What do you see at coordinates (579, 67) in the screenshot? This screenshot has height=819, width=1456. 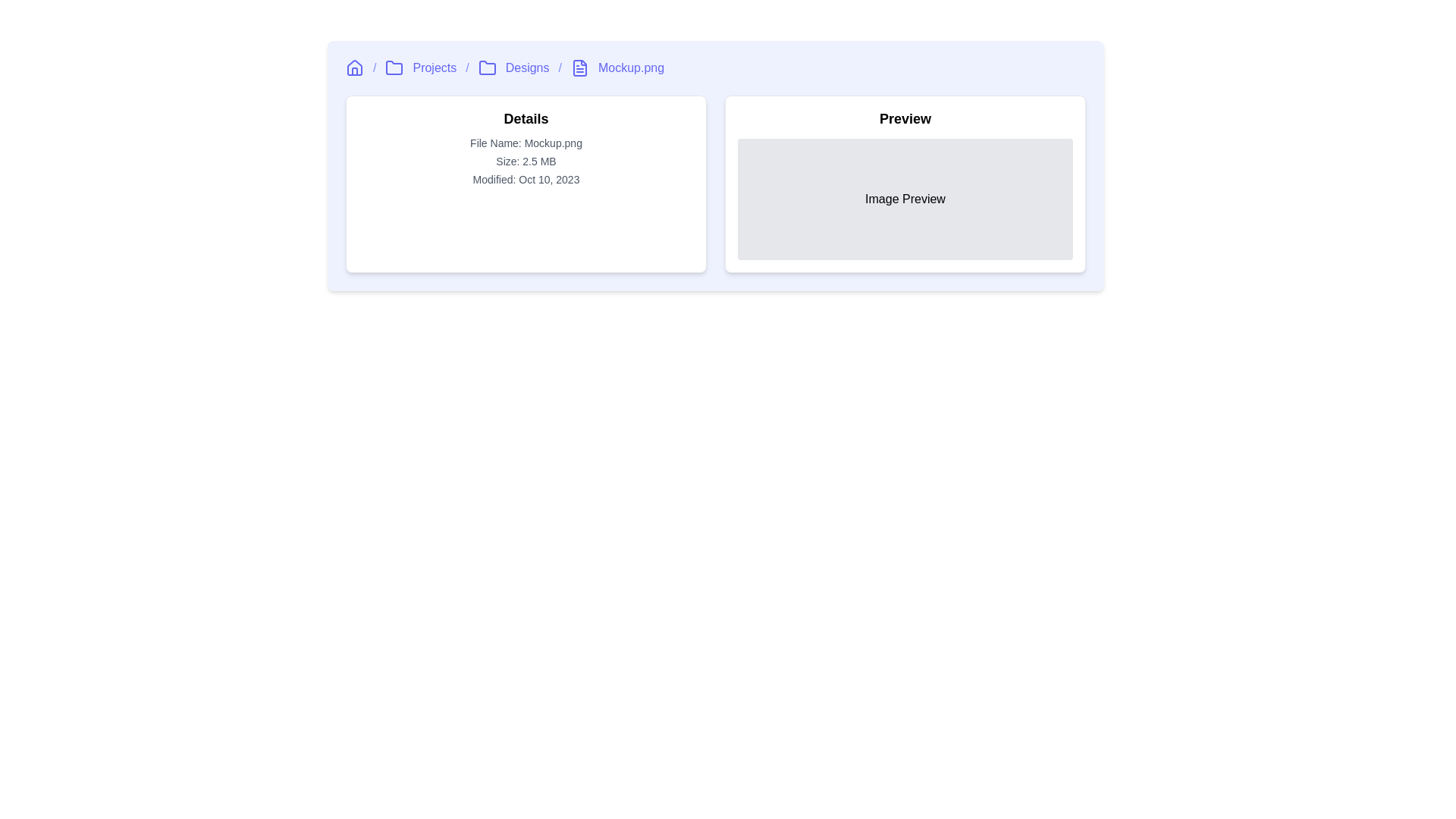 I see `the icon representing the file 'Mockup.png' in the breadcrumb navigation, located between the 'Designs' label and the 'Mockup.png' label` at bounding box center [579, 67].